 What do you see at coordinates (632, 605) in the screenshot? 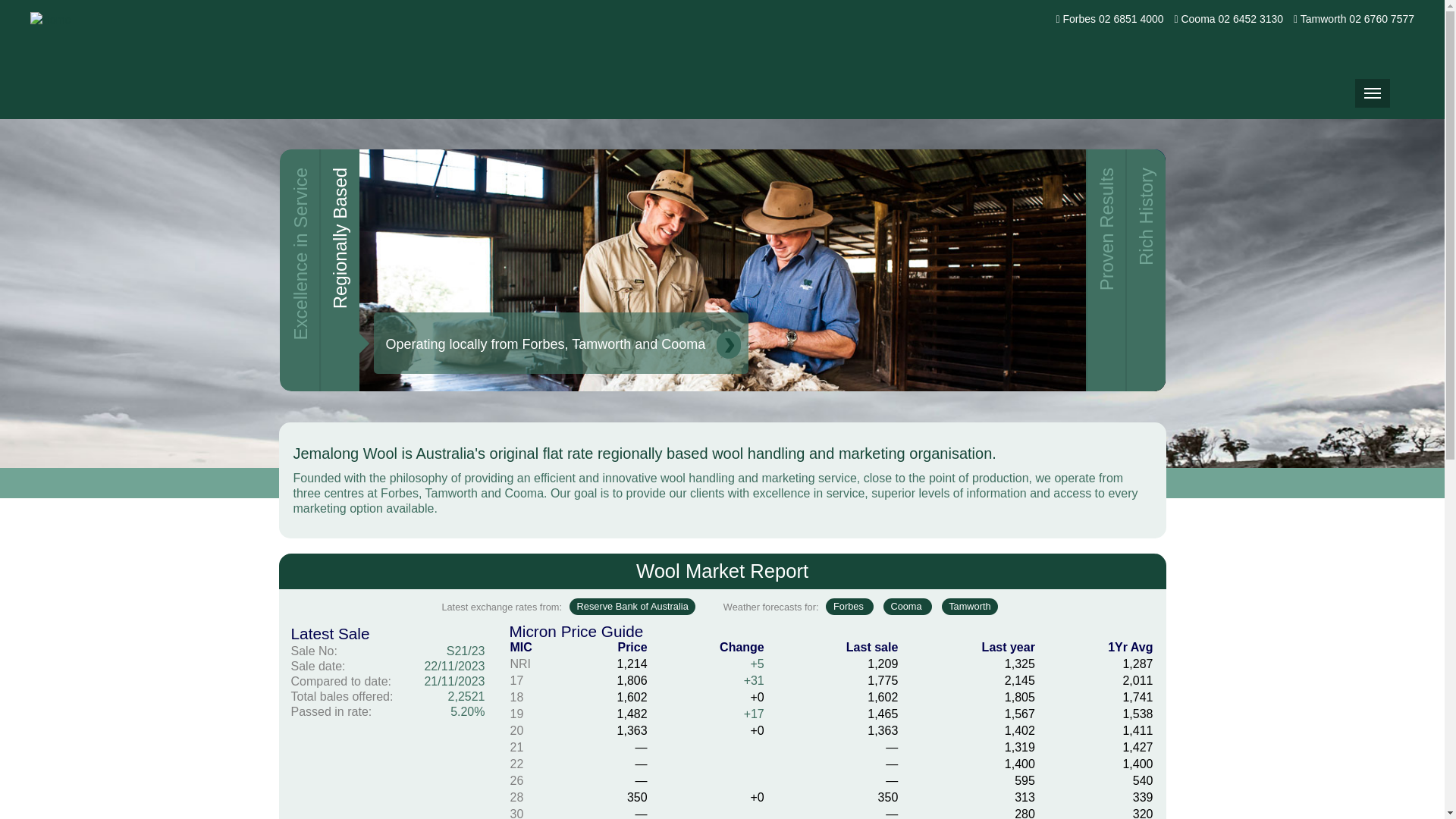
I see `'Reserve Bank of Australia'` at bounding box center [632, 605].